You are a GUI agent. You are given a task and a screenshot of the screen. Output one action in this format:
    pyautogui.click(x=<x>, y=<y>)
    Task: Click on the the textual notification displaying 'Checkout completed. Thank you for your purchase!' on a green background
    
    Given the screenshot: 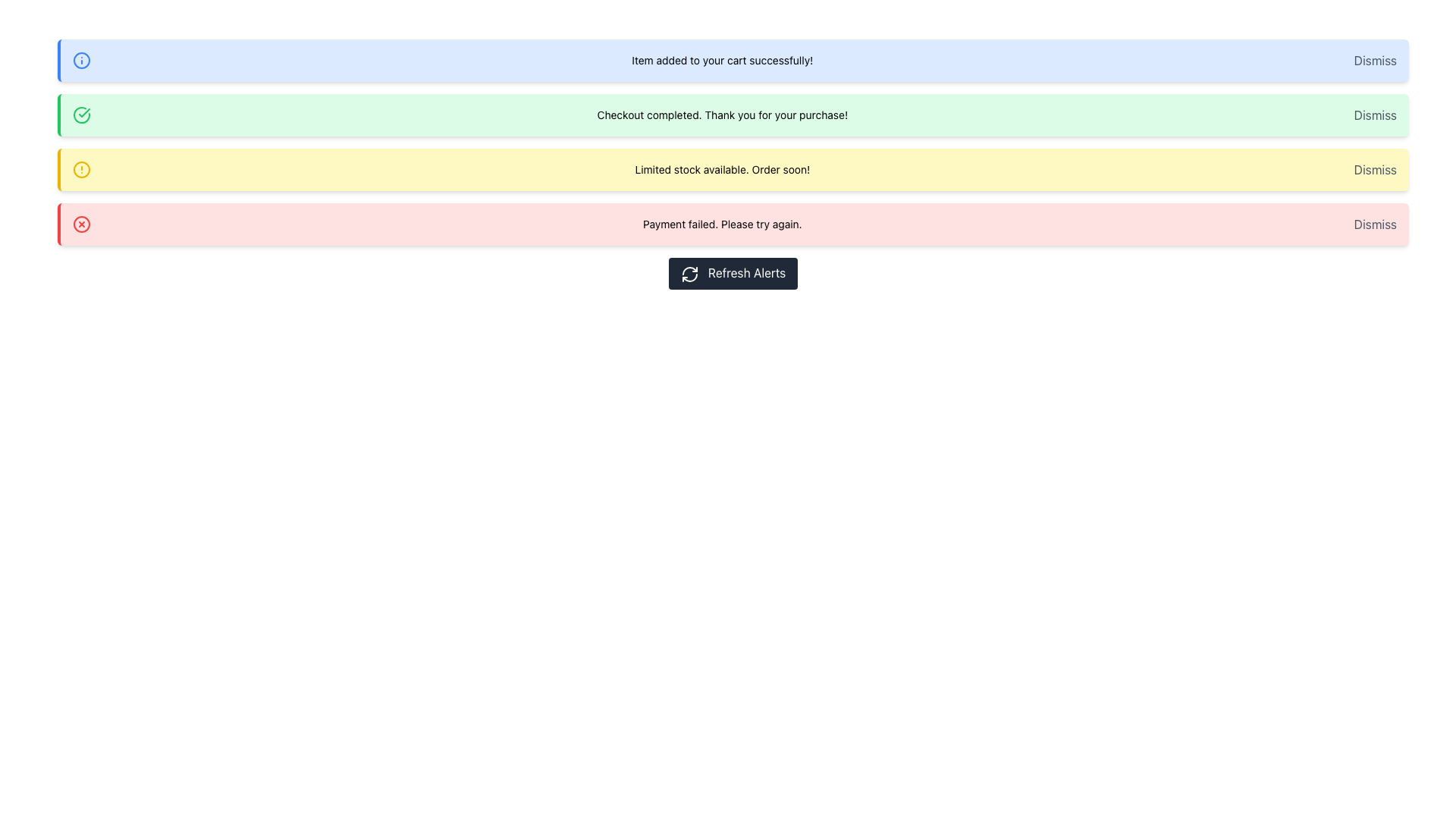 What is the action you would take?
    pyautogui.click(x=721, y=114)
    